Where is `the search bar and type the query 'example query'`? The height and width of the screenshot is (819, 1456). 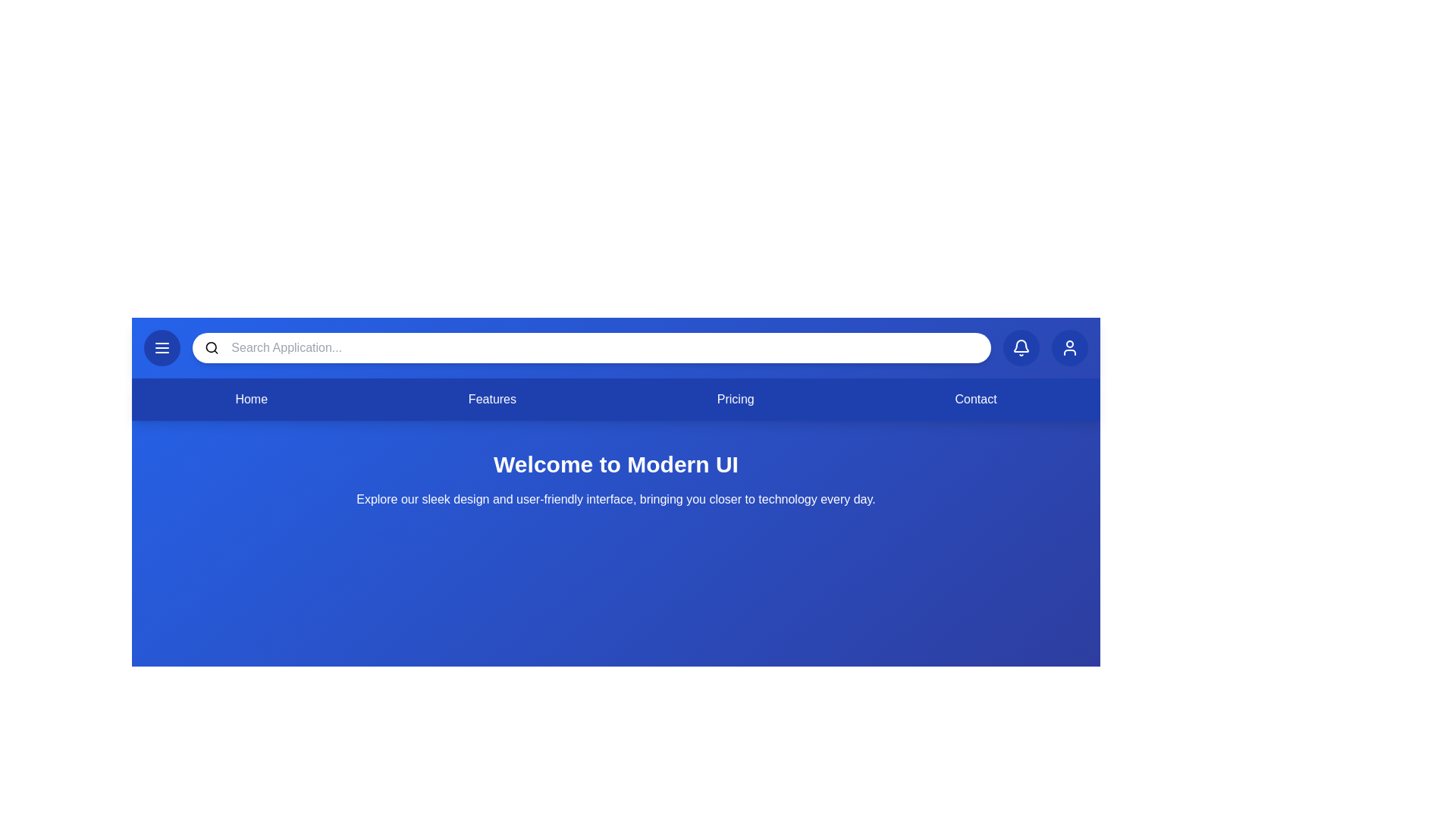 the search bar and type the query 'example query' is located at coordinates (604, 348).